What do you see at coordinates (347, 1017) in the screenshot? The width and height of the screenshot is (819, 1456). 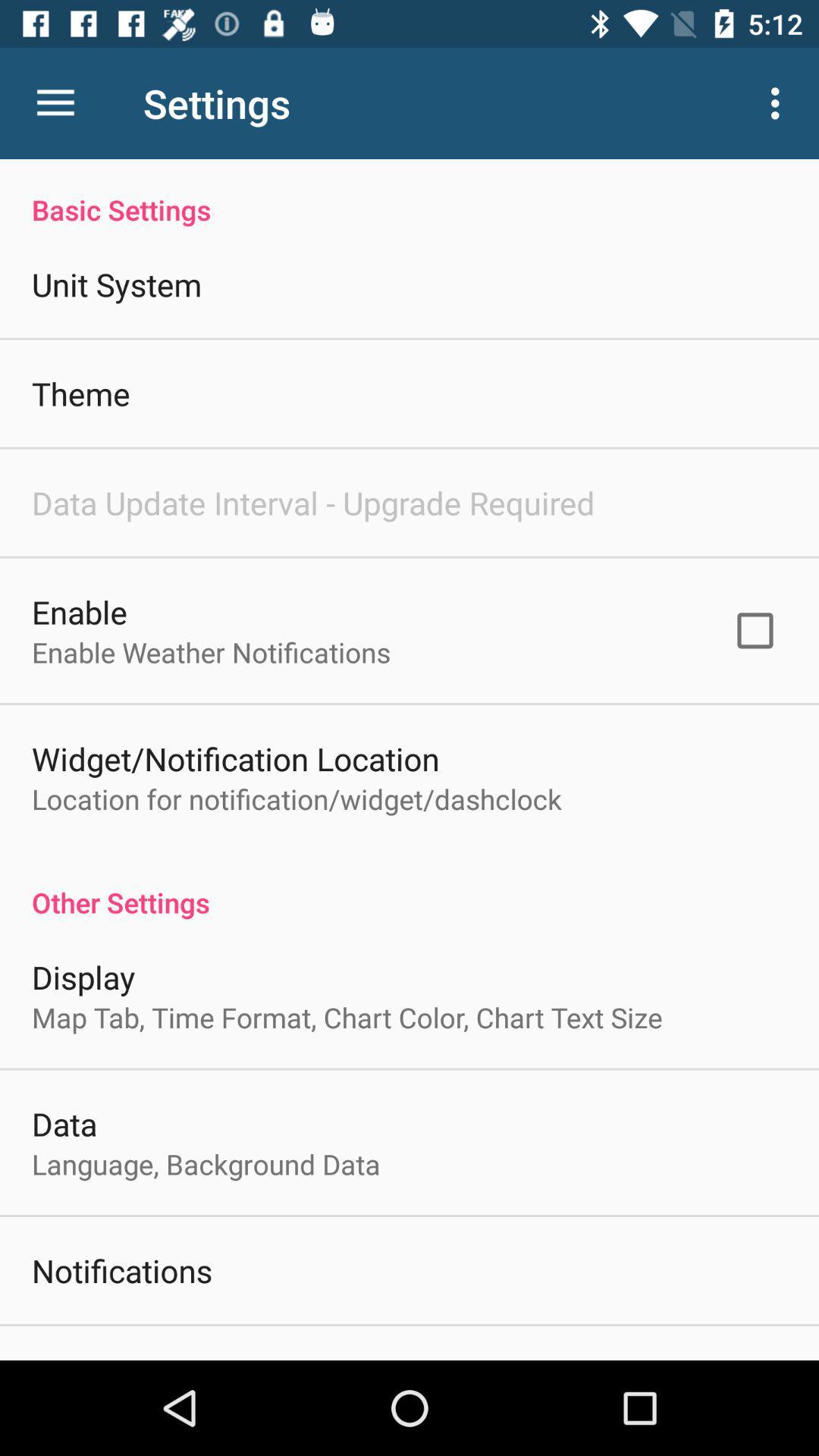 I see `the map tab time icon` at bounding box center [347, 1017].